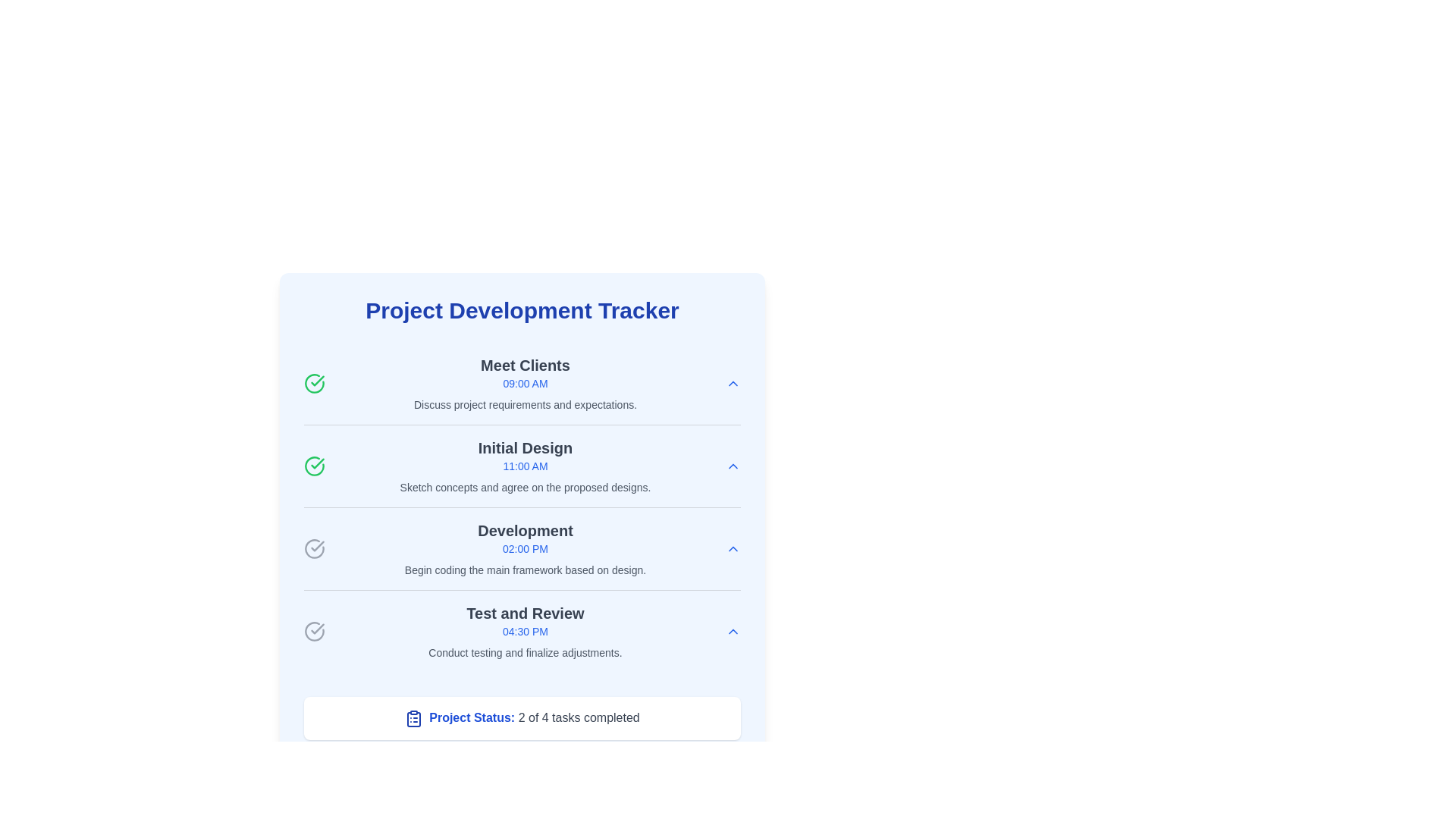  What do you see at coordinates (733, 465) in the screenshot?
I see `the upward-facing triangular chevron icon styled in blue located near the right edge of the 'Initial Design' section` at bounding box center [733, 465].